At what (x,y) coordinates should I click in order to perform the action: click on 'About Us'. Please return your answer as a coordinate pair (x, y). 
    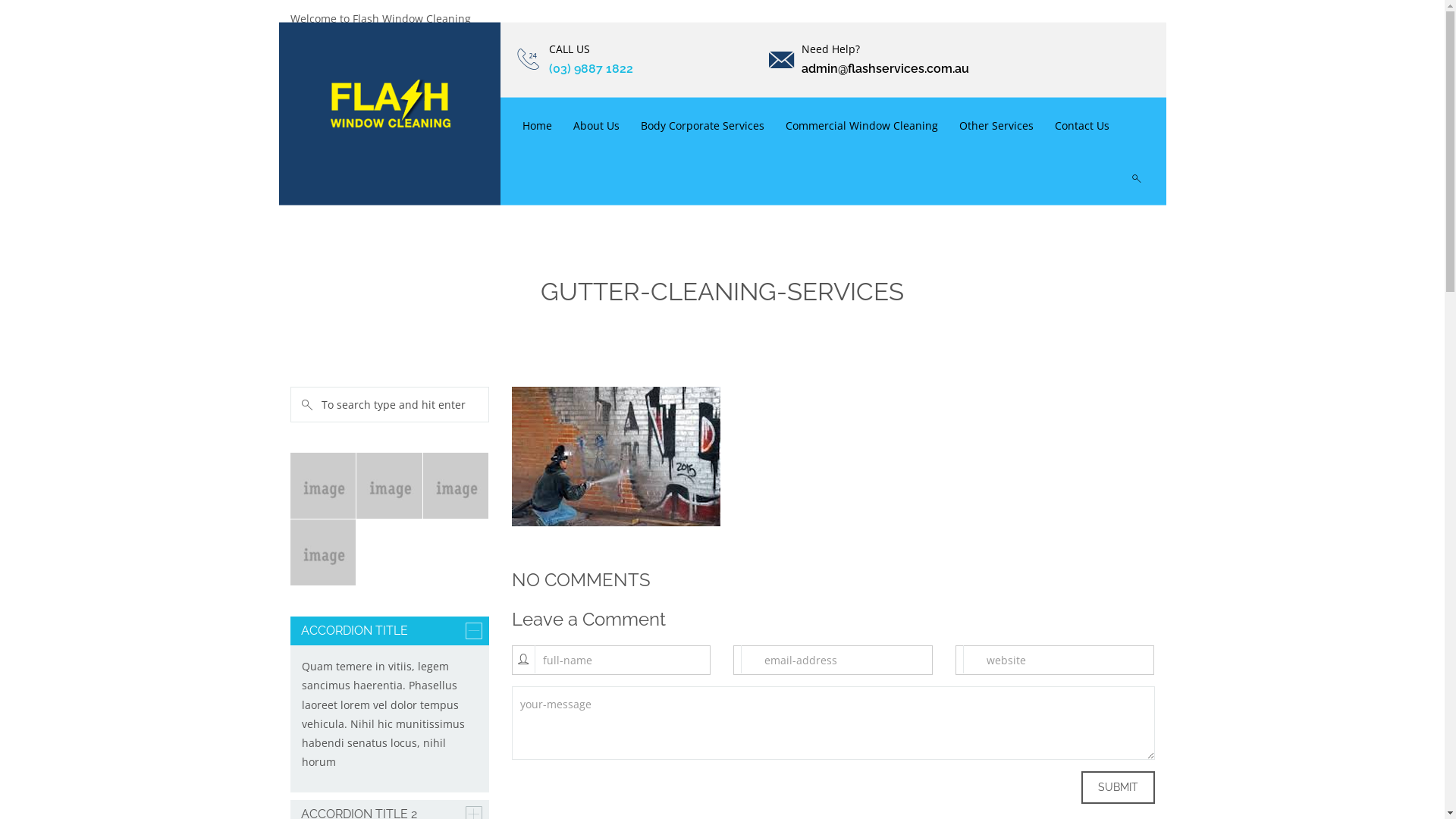
    Looking at the image, I should click on (562, 124).